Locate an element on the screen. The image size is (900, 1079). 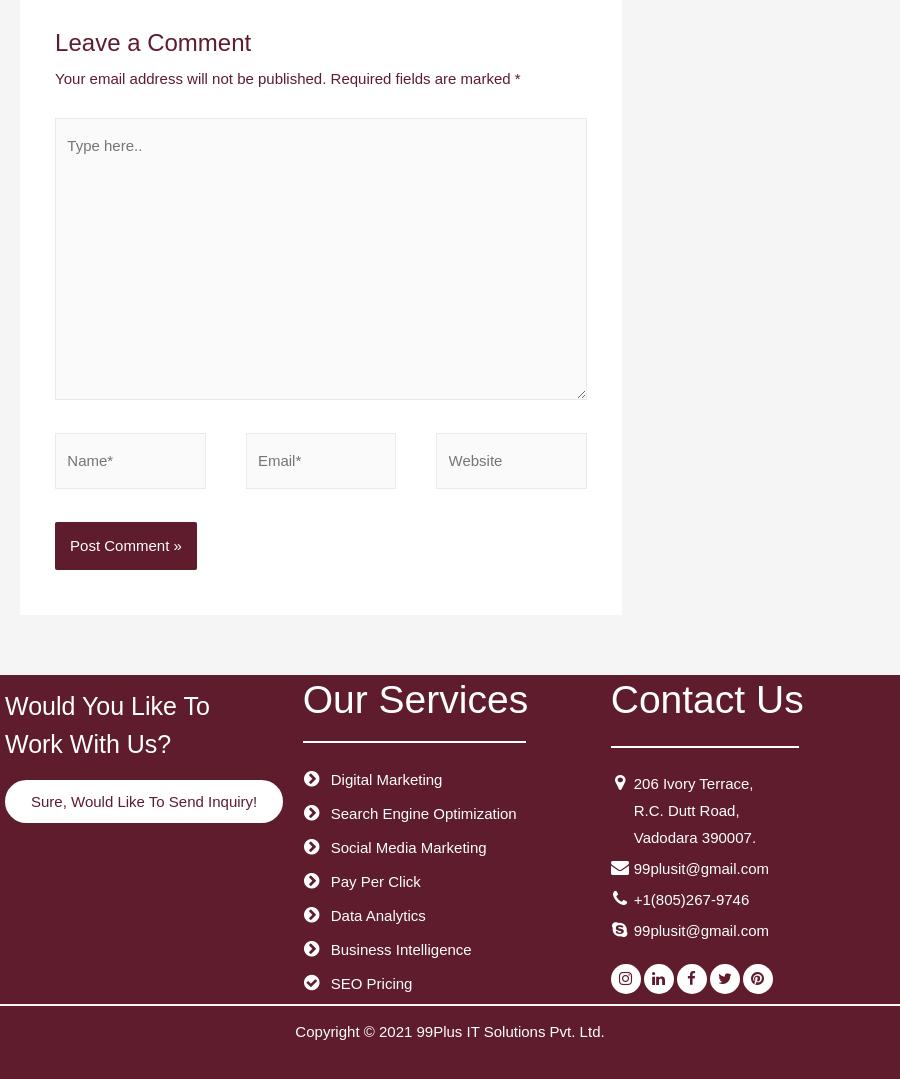
'206 Ivory Terrace,' is located at coordinates (692, 782).